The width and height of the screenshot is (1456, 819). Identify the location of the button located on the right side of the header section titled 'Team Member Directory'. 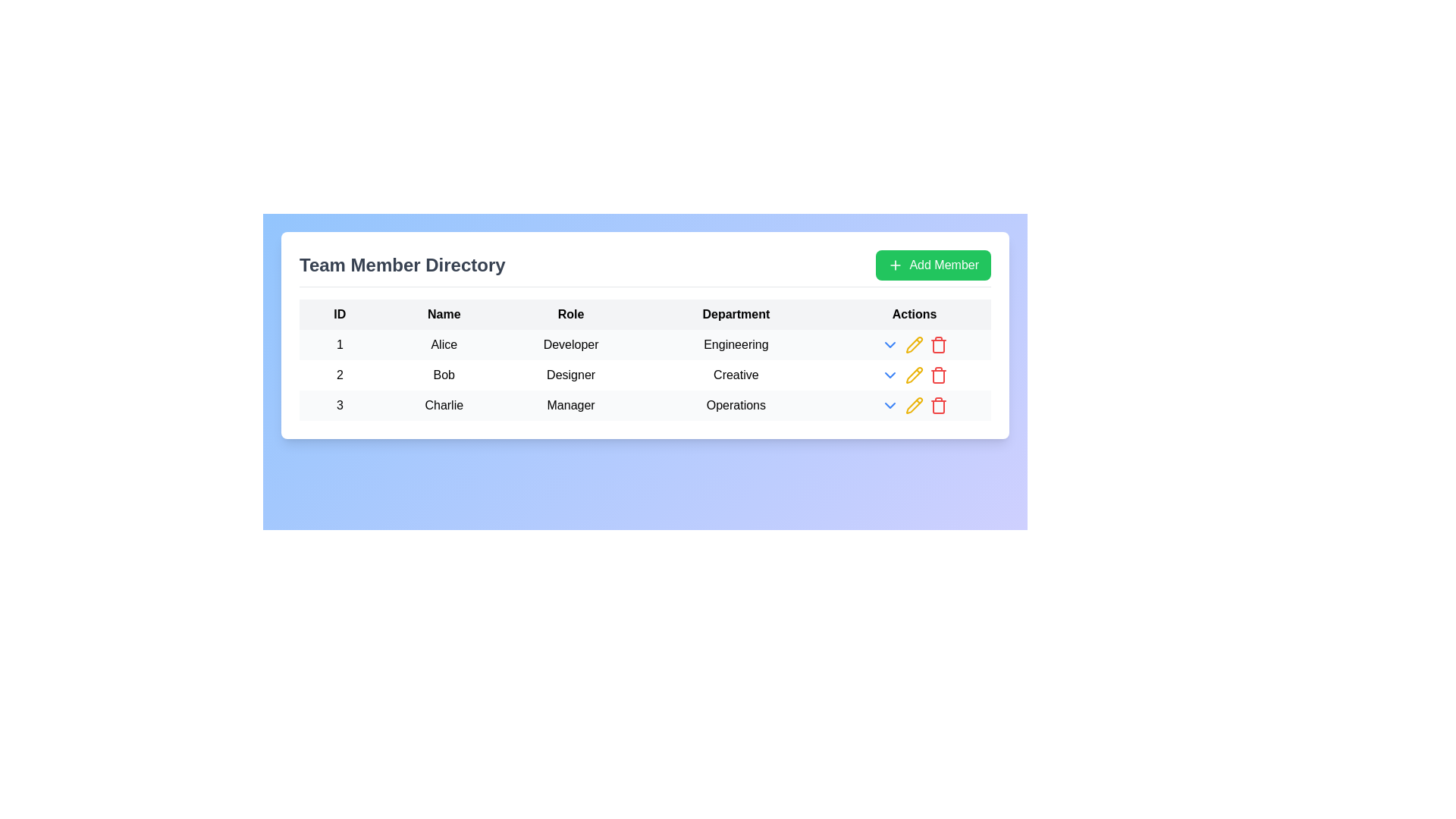
(933, 265).